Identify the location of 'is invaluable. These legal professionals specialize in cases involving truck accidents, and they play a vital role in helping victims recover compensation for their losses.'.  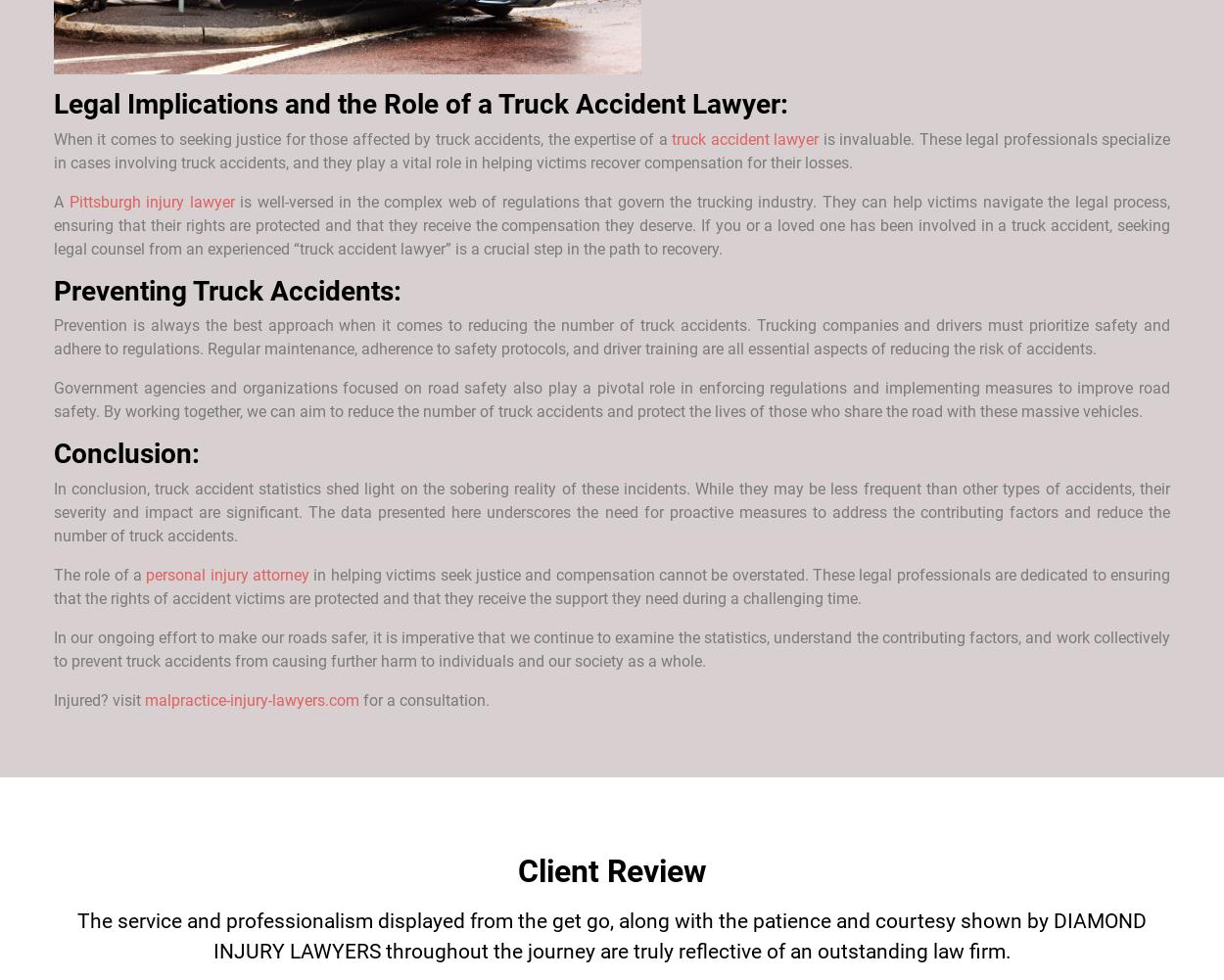
(612, 150).